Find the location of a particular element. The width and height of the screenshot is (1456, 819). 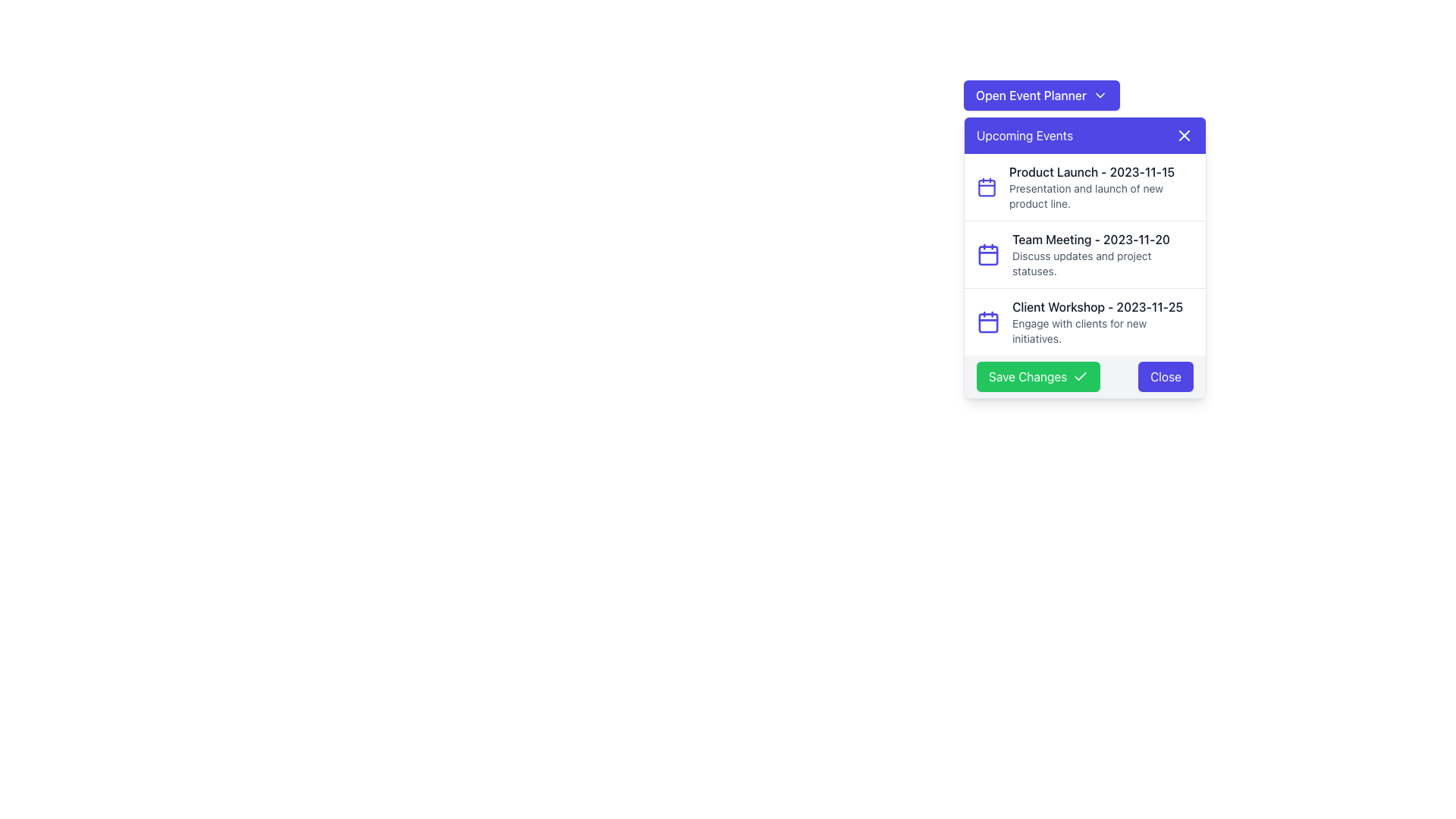

the text label providing a brief description of the event 'Product Launch - 2023-11-15', located underneath the title in the 'Upcoming Events' section is located at coordinates (1101, 195).